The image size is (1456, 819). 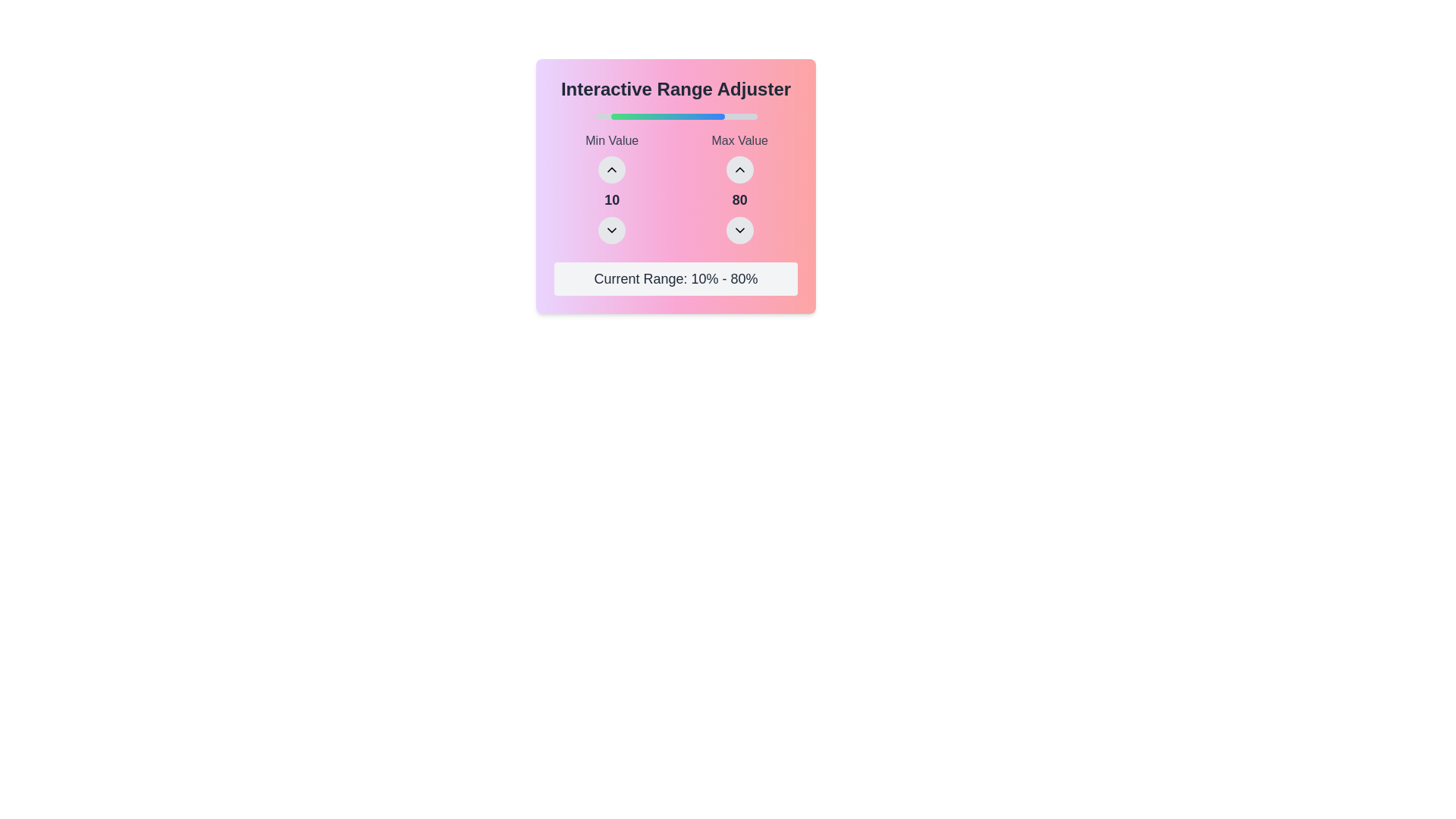 What do you see at coordinates (739, 140) in the screenshot?
I see `the label text that indicates the maximum value setting for the range input, located in the top-right corner above the upwards arrow button` at bounding box center [739, 140].